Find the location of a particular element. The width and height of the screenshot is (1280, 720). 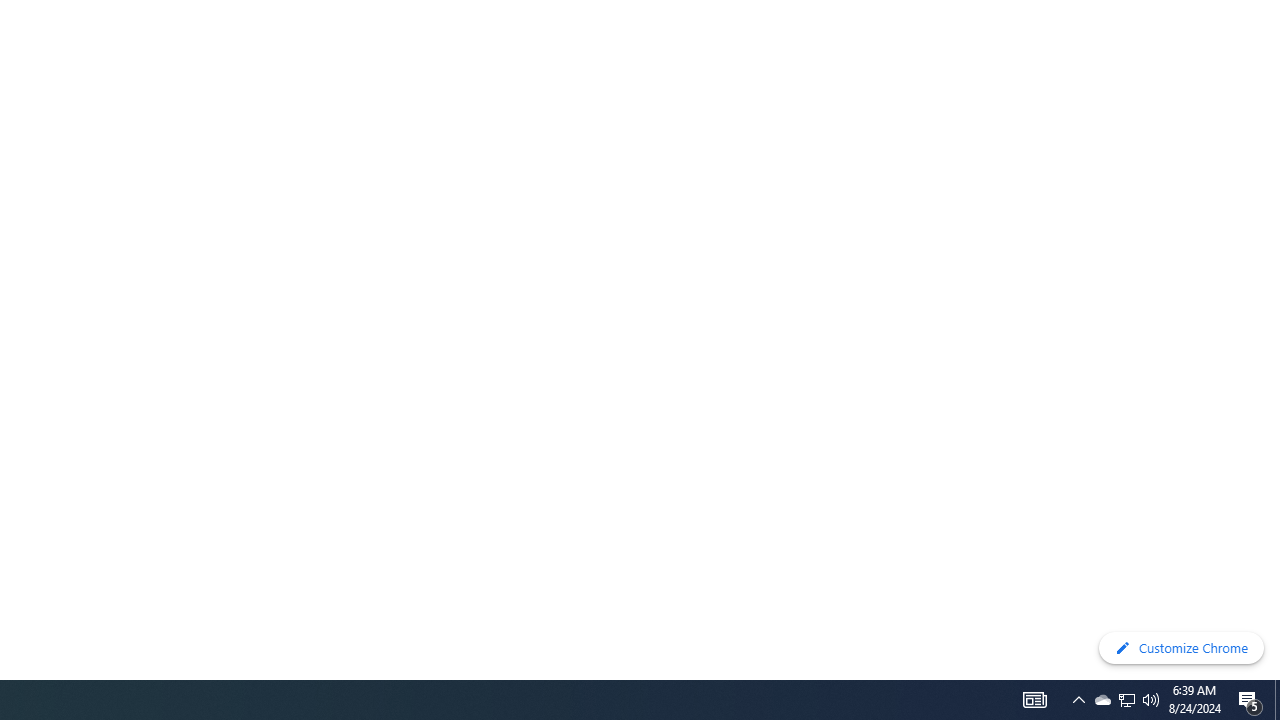

'Customize Chrome' is located at coordinates (1181, 648).